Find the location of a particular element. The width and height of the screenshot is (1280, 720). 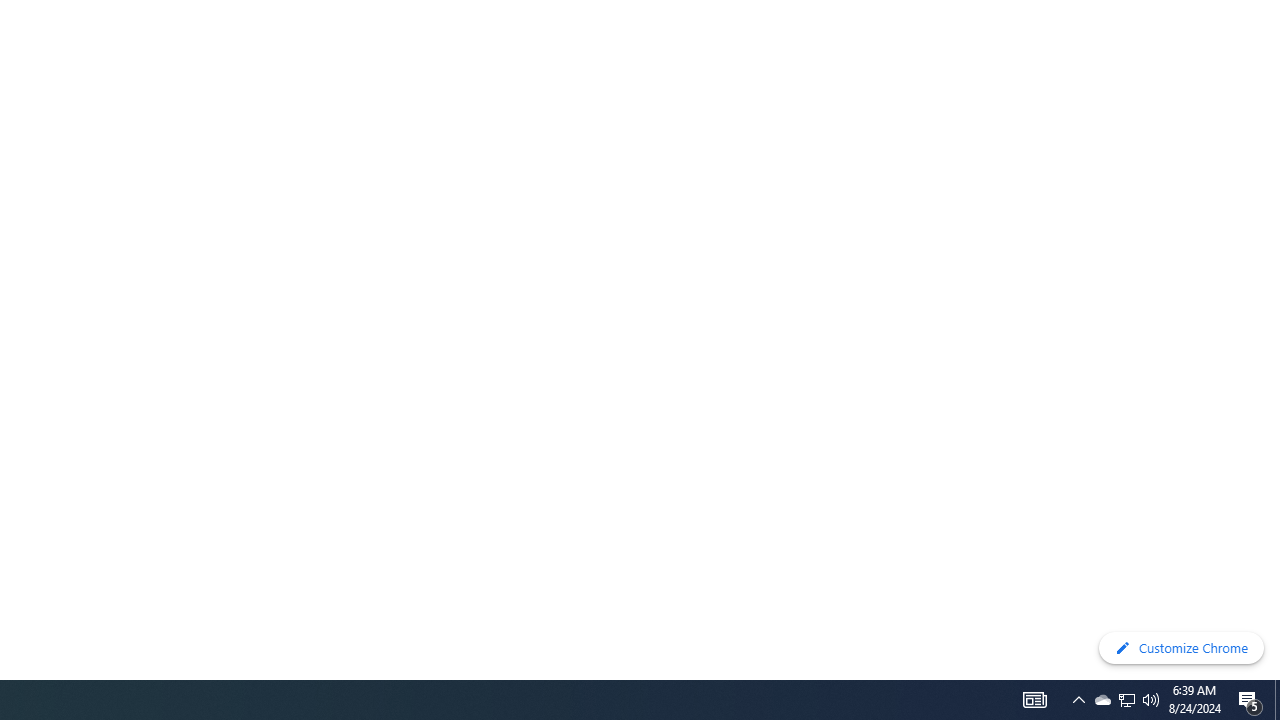

'Customize Chrome' is located at coordinates (1181, 648).